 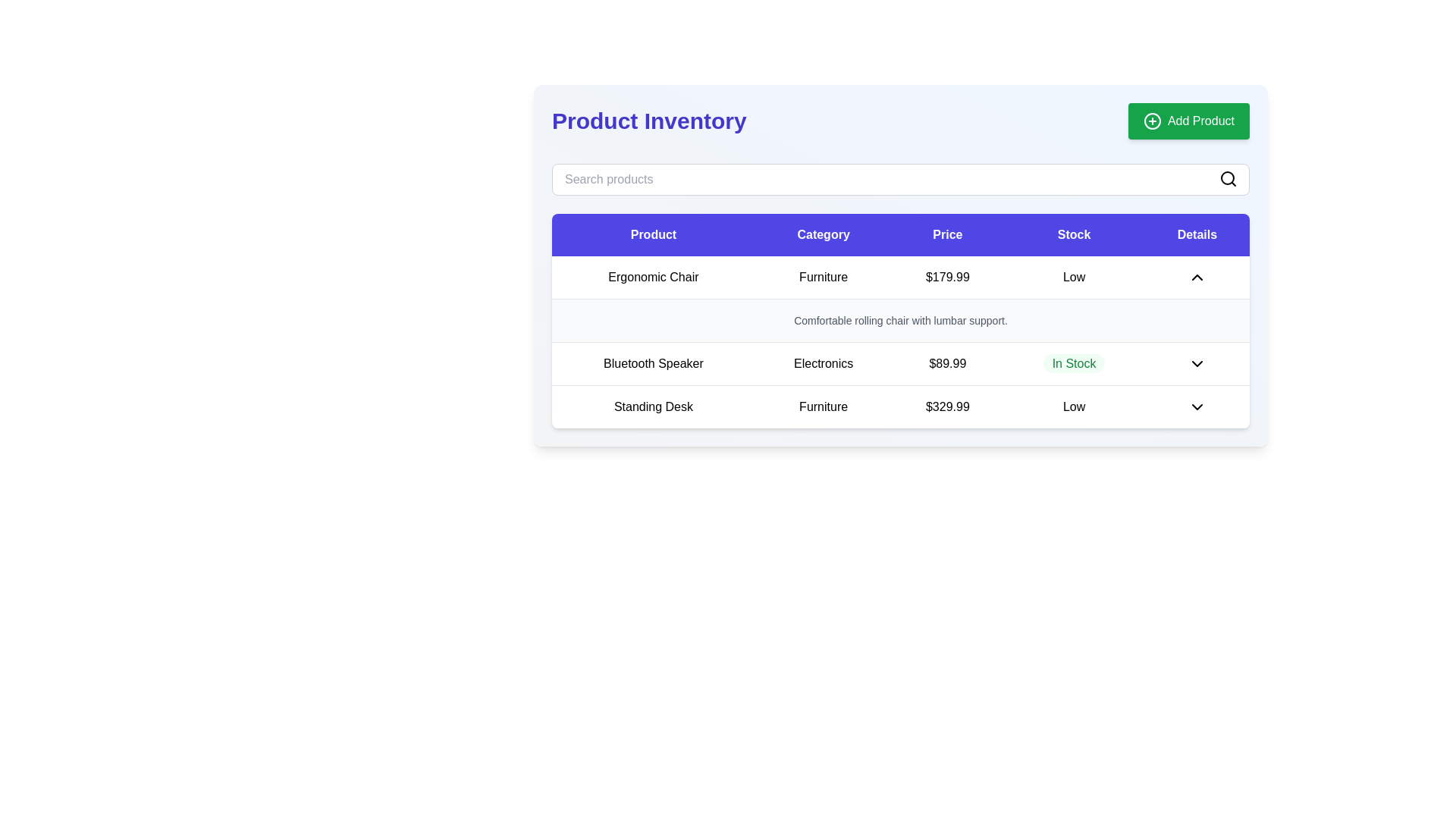 I want to click on the upward-pointing arrow icon in the 'Details' column of the first row in the product inventory table, so click(x=1196, y=278).